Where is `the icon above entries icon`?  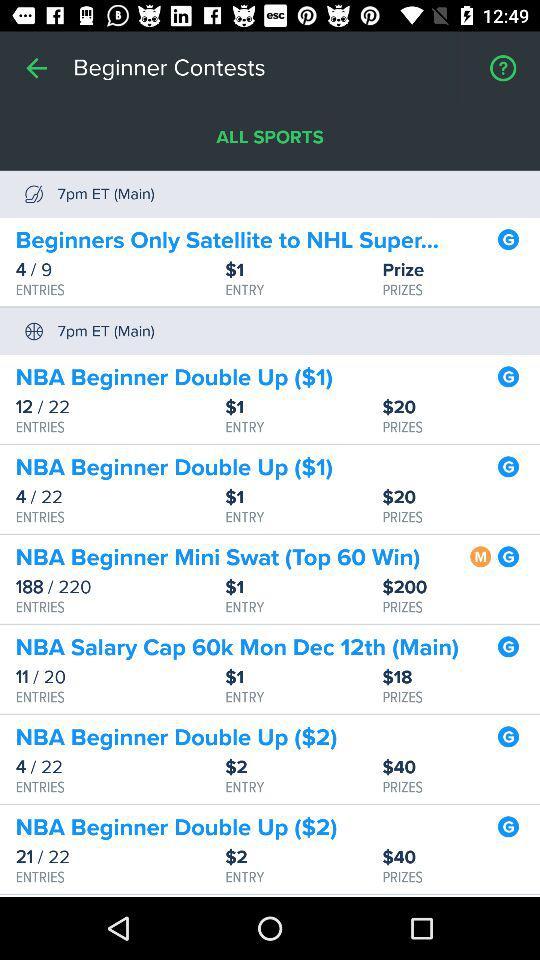
the icon above entries icon is located at coordinates (120, 677).